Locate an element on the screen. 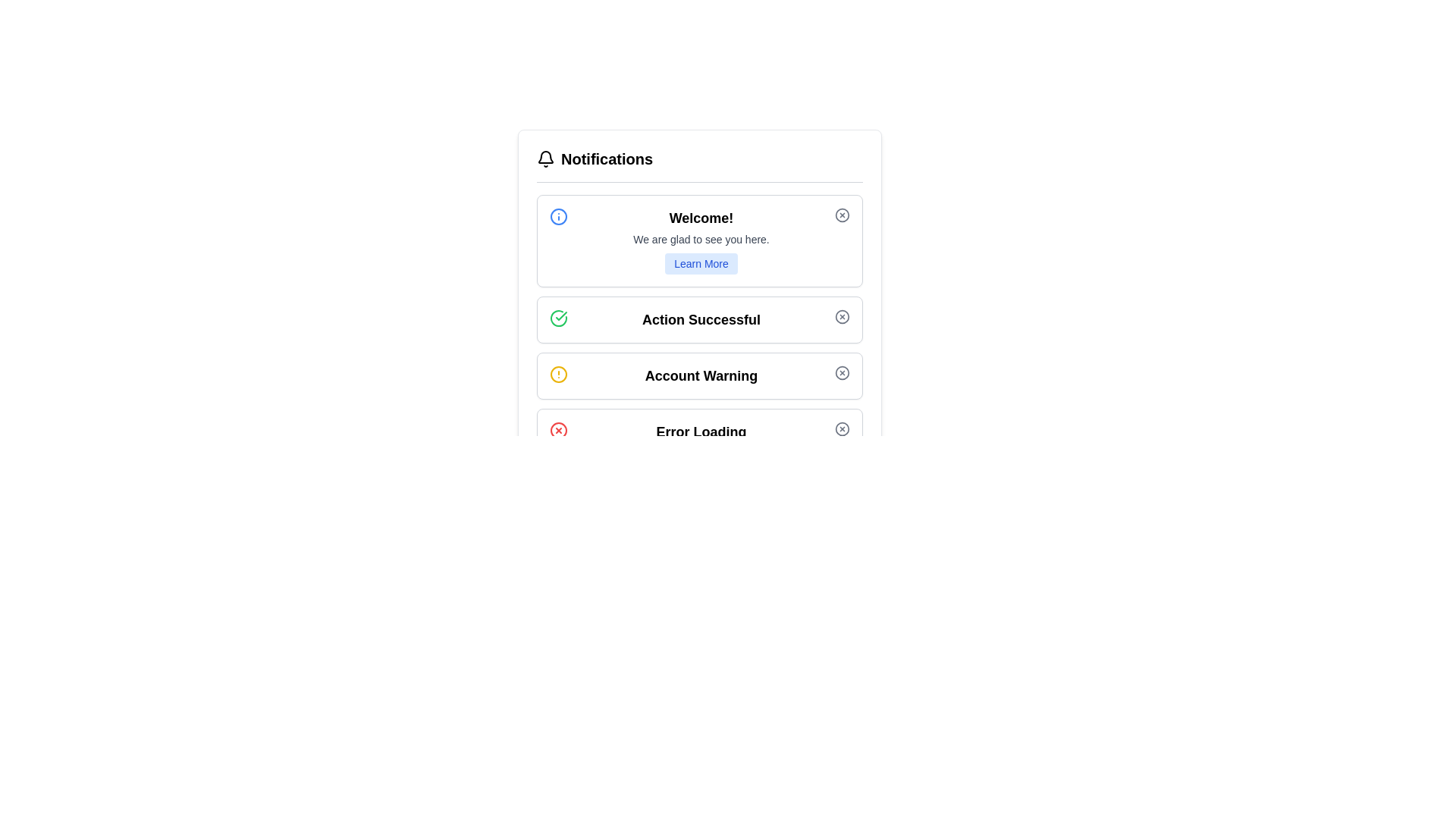 The width and height of the screenshot is (1456, 819). the notification title text label indicating a warning related to the user's account, positioned centrally within the notification panel is located at coordinates (701, 375).